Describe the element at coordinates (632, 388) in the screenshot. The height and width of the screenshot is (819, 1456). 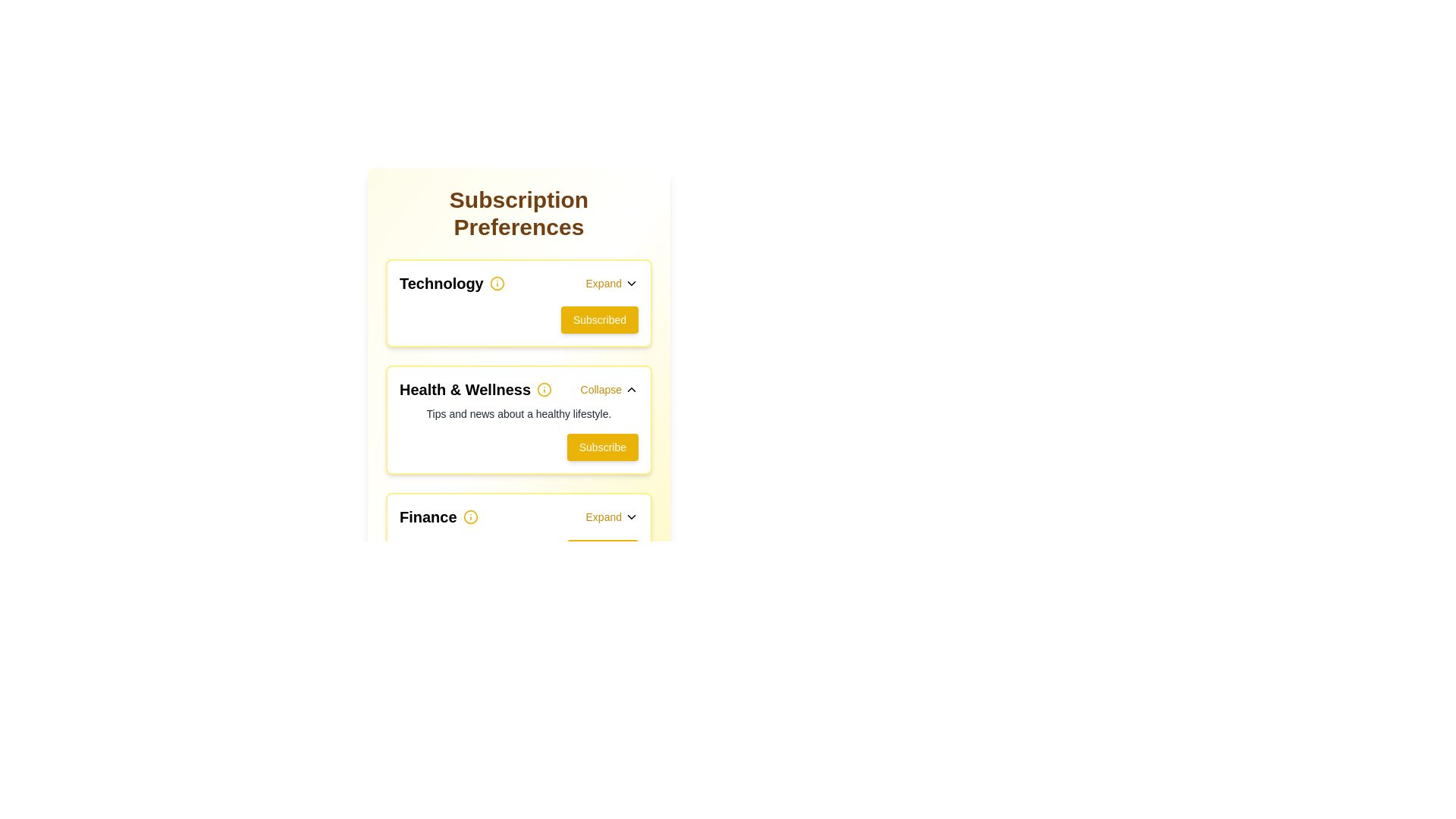
I see `the arrow icon located at the top-right corner of the 'Health & Wellness' section` at that location.